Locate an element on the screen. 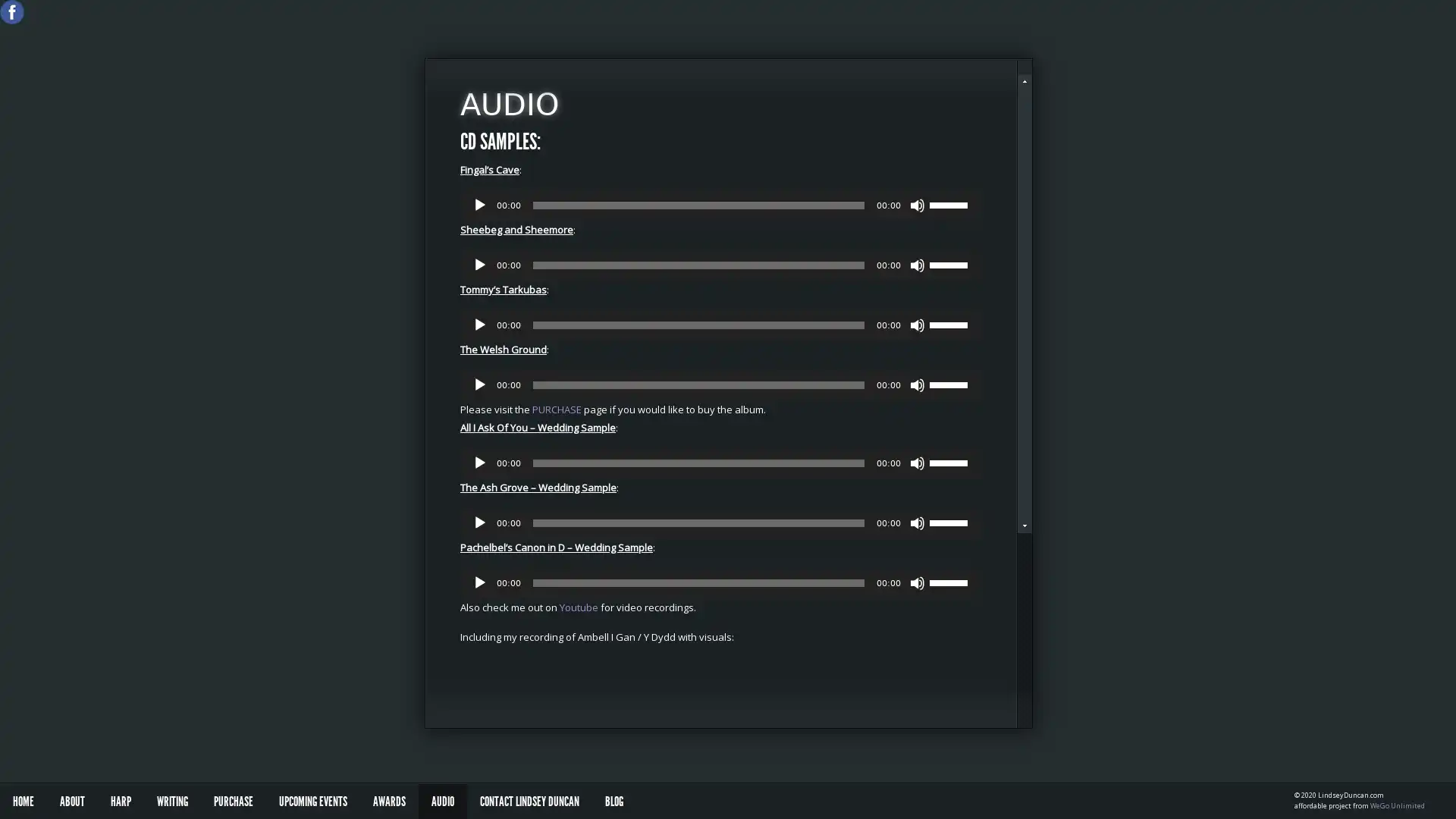  Play is located at coordinates (479, 384).